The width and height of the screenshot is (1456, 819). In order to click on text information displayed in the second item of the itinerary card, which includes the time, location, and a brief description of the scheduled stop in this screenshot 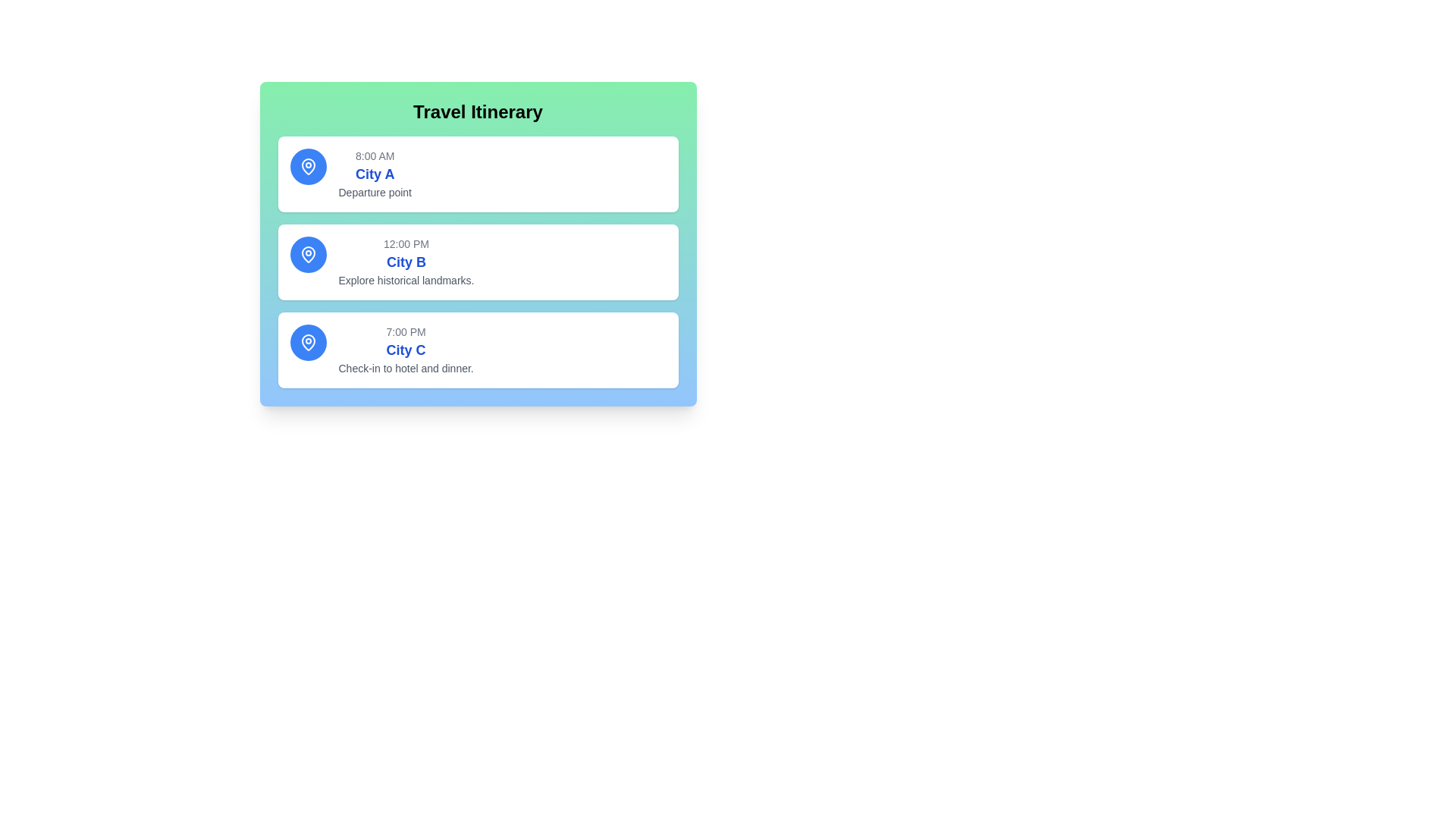, I will do `click(406, 262)`.